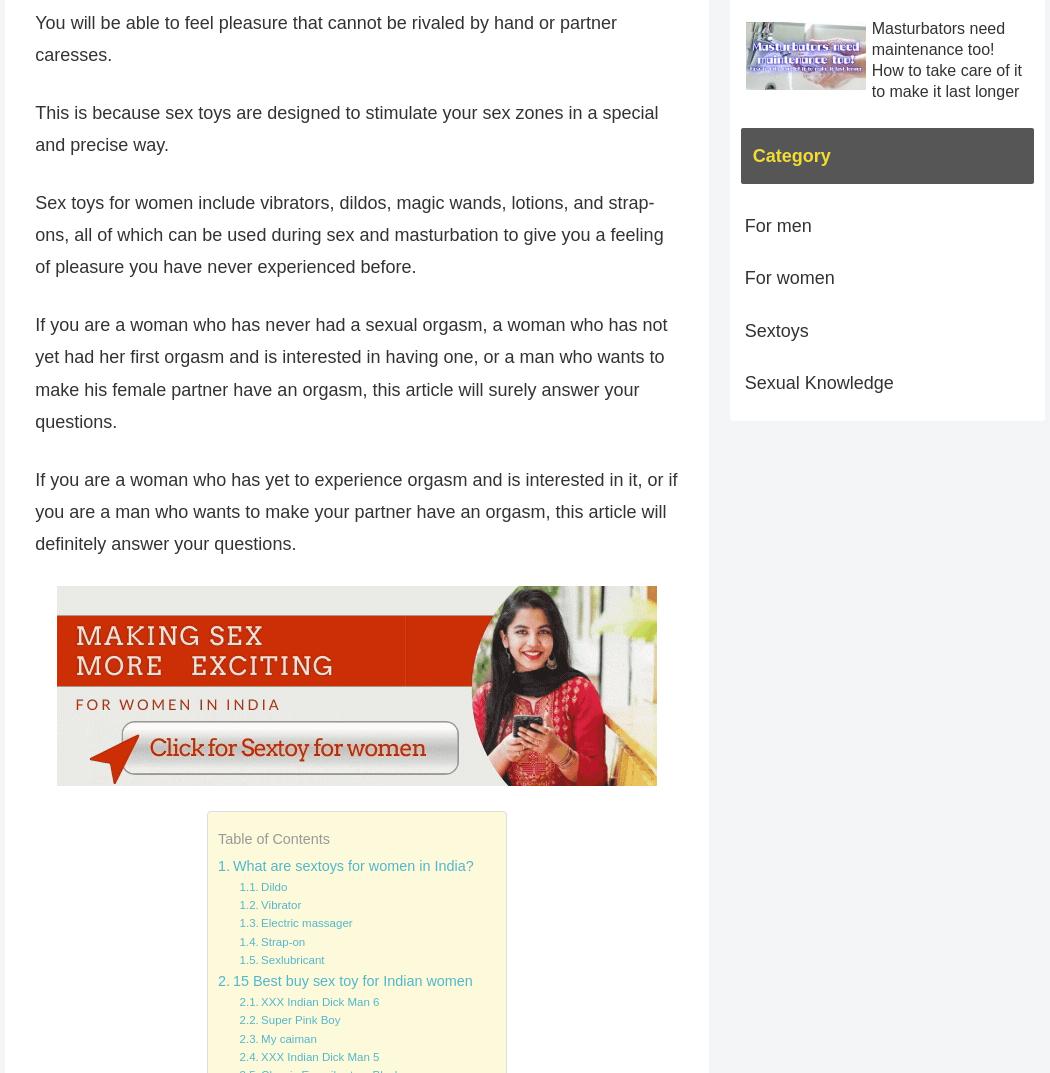 The image size is (1050, 1073). What do you see at coordinates (281, 941) in the screenshot?
I see `'Strap-on'` at bounding box center [281, 941].